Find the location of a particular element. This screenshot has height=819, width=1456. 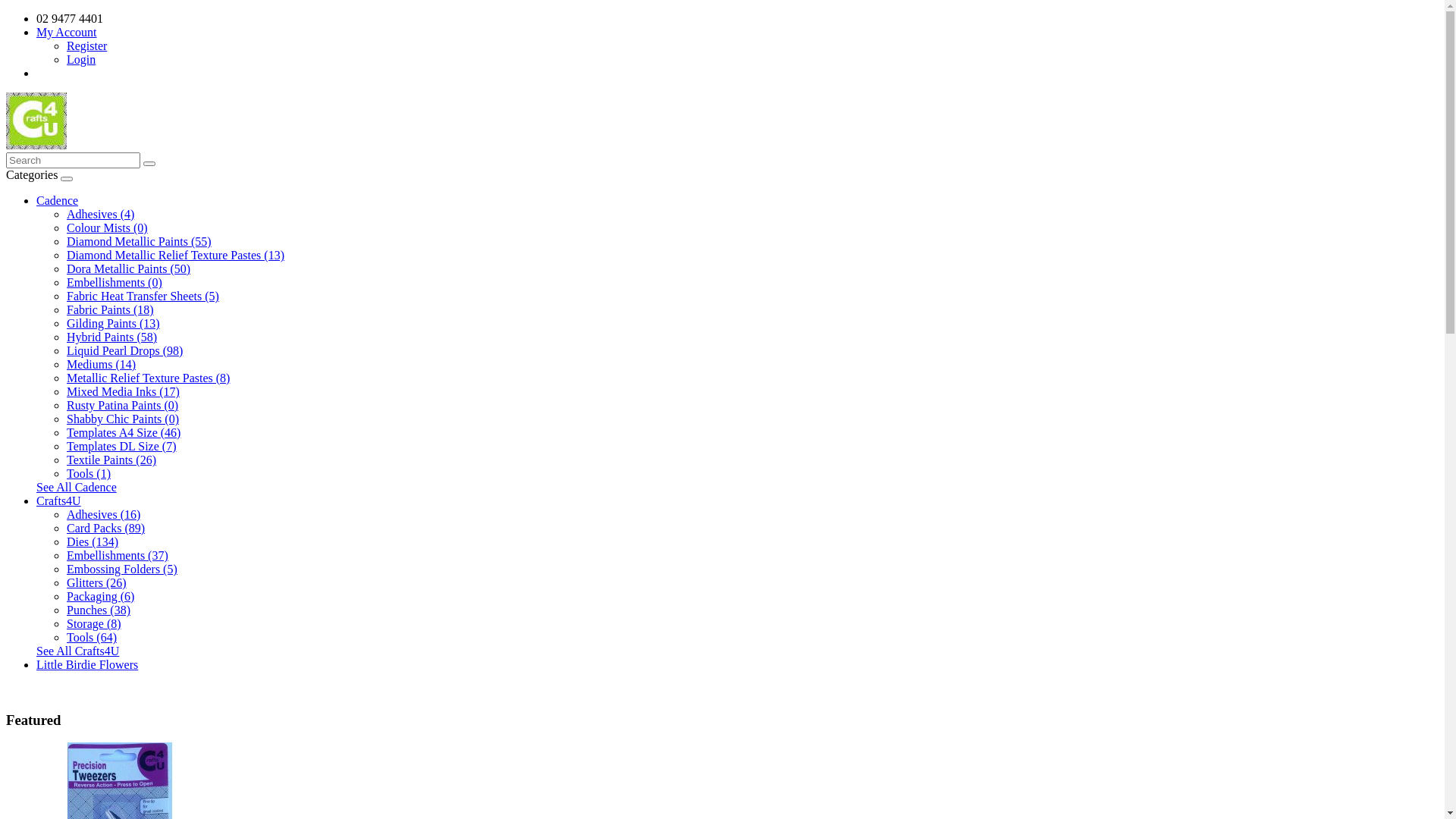

'Adhesives (4)' is located at coordinates (99, 214).